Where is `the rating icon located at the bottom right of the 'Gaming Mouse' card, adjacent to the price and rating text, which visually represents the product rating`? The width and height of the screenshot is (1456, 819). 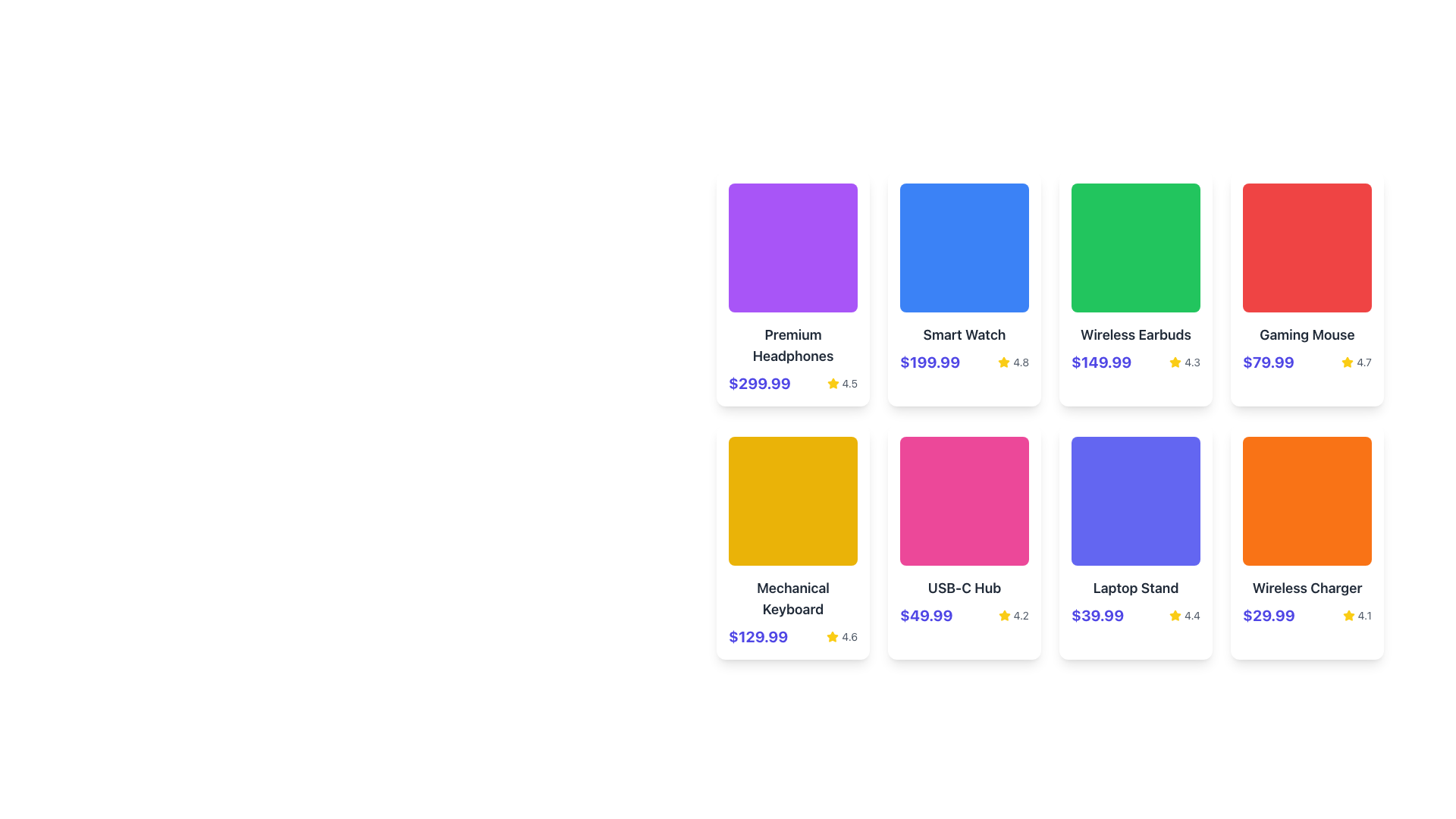
the rating icon located at the bottom right of the 'Gaming Mouse' card, adjacent to the price and rating text, which visually represents the product rating is located at coordinates (1348, 362).